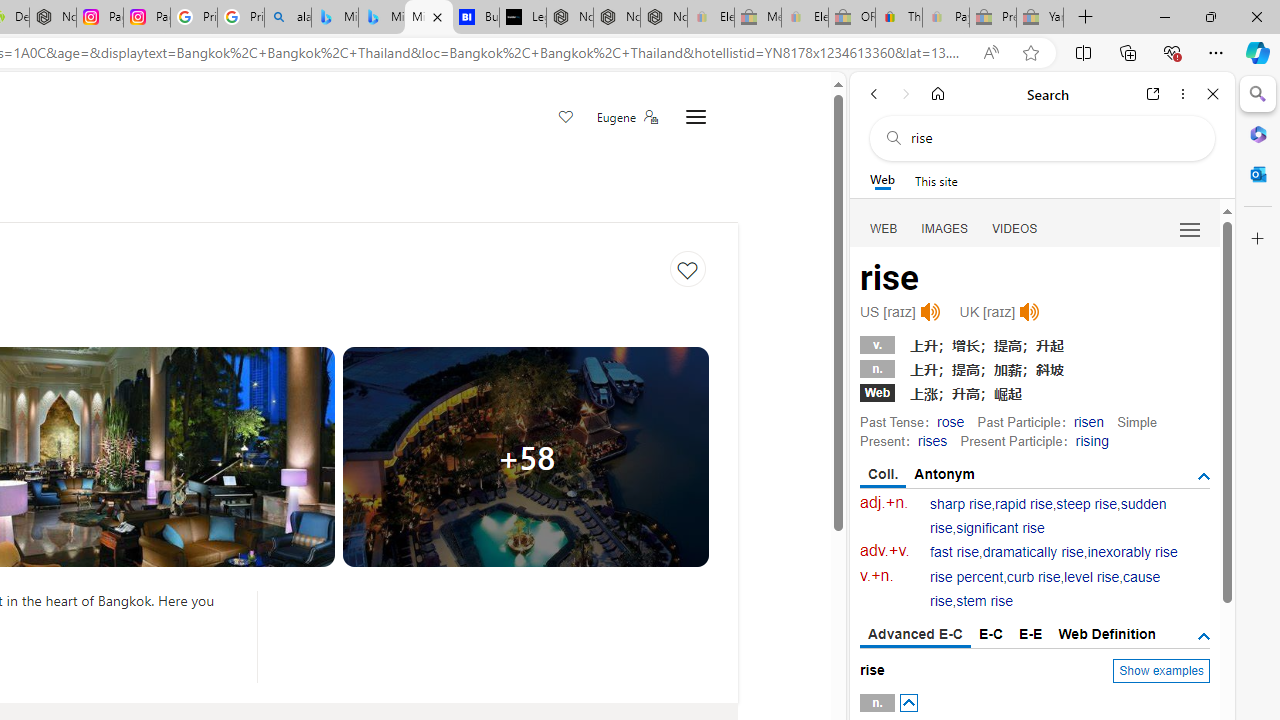 This screenshot has height=720, width=1280. What do you see at coordinates (1000, 527) in the screenshot?
I see `'significant rise'` at bounding box center [1000, 527].